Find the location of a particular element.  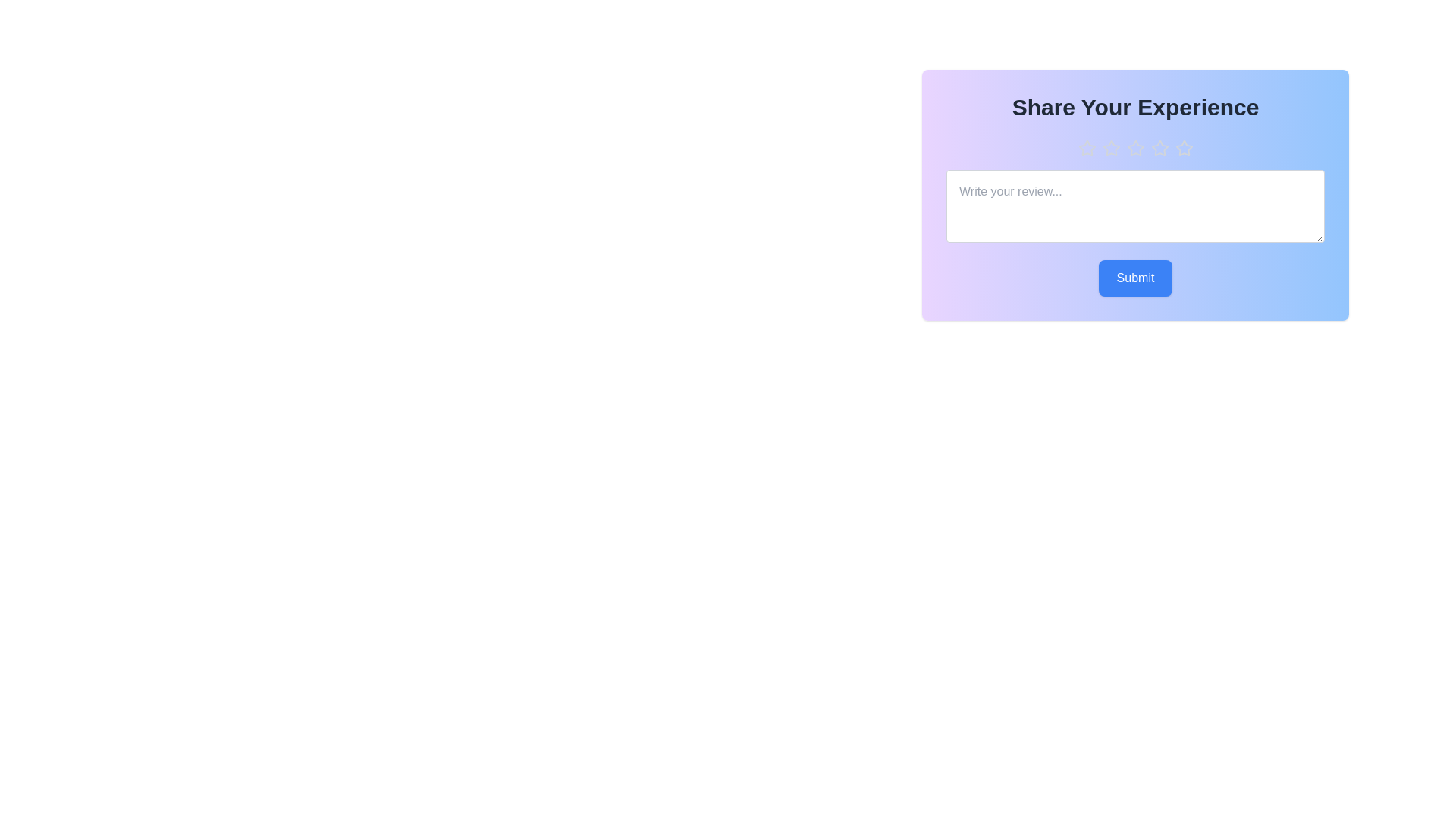

the rating to 5 stars by clicking the corresponding star button is located at coordinates (1183, 149).